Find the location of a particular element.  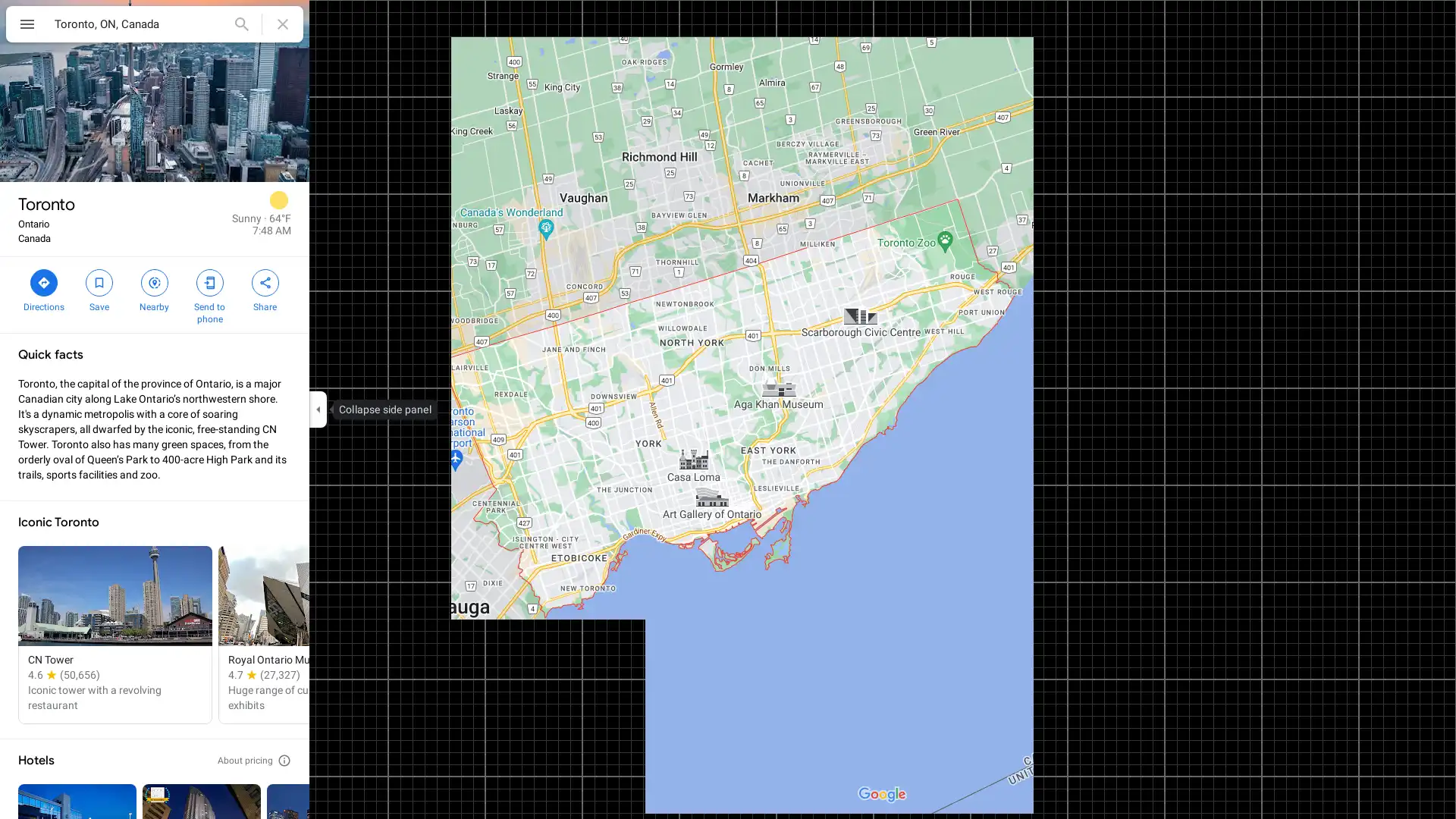

Directions to Toronto is located at coordinates (43, 289).